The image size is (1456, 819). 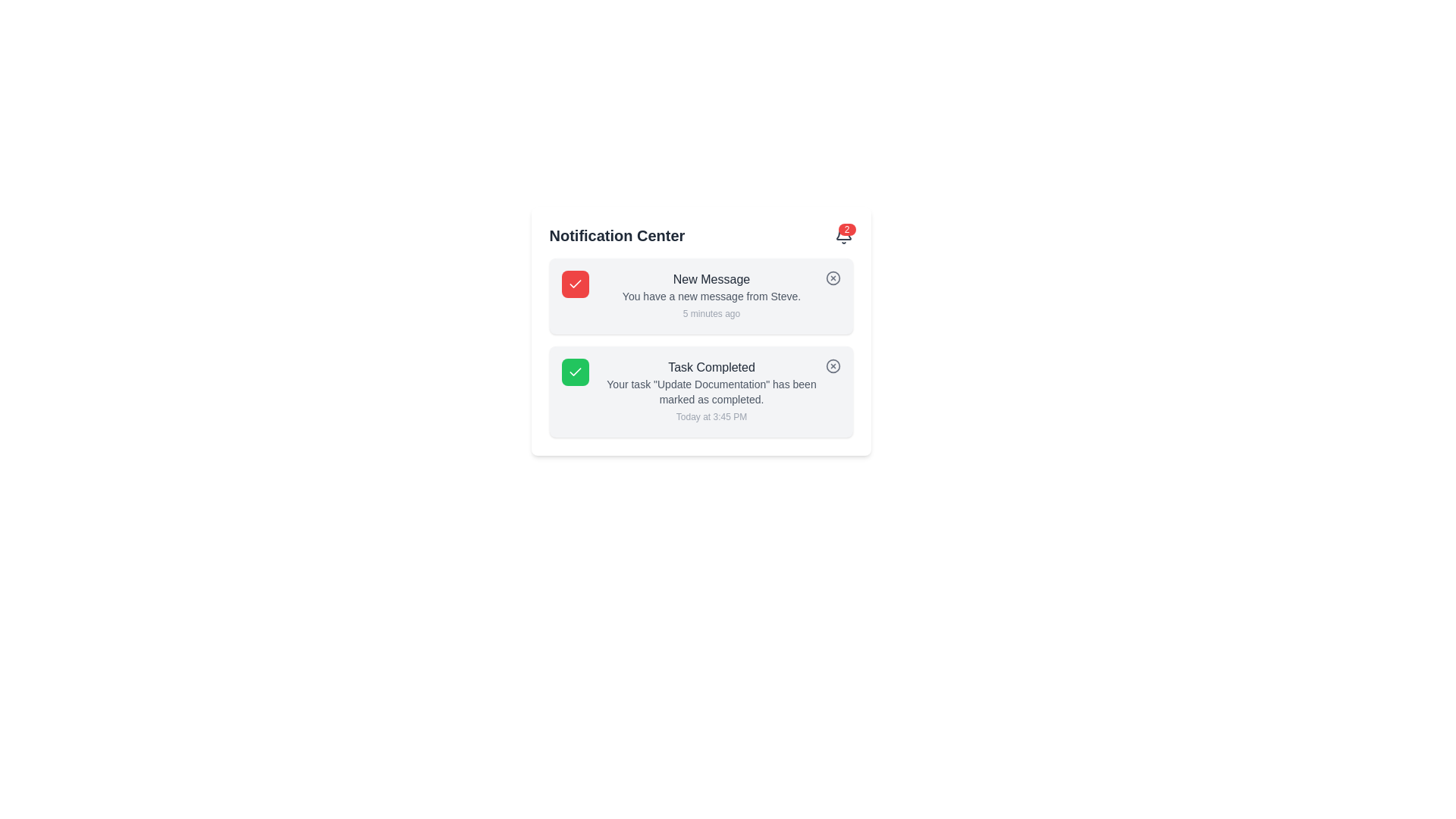 What do you see at coordinates (711, 417) in the screenshot?
I see `the small-sized text label displaying 'Today at 3:45 PM' in light gray color, which is positioned at the lower-right corner of the 'Task Completed' notification box` at bounding box center [711, 417].